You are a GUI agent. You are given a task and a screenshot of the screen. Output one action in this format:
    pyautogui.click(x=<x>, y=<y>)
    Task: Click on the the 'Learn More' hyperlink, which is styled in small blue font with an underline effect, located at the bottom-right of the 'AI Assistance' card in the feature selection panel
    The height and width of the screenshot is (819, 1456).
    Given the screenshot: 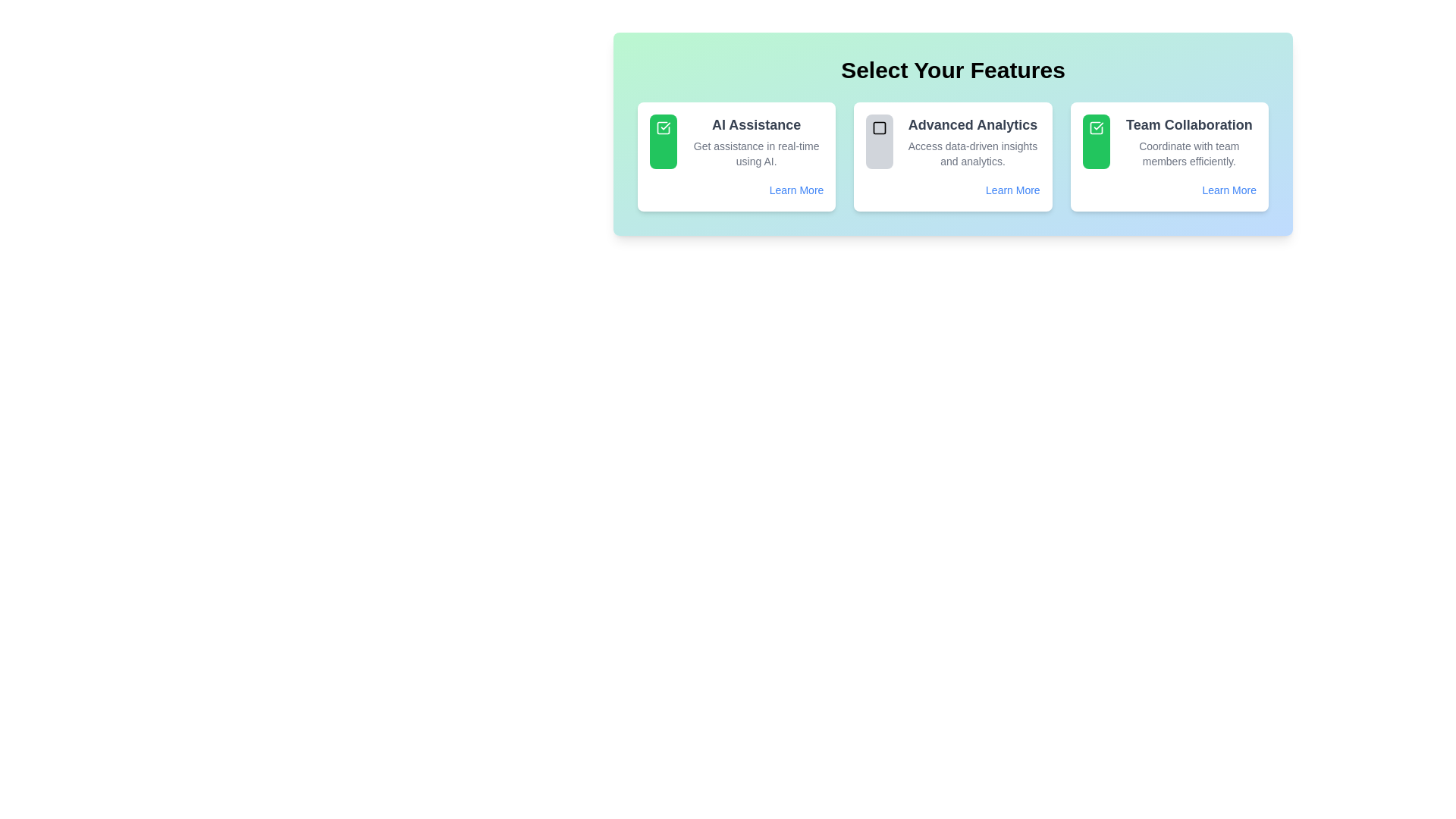 What is the action you would take?
    pyautogui.click(x=736, y=189)
    